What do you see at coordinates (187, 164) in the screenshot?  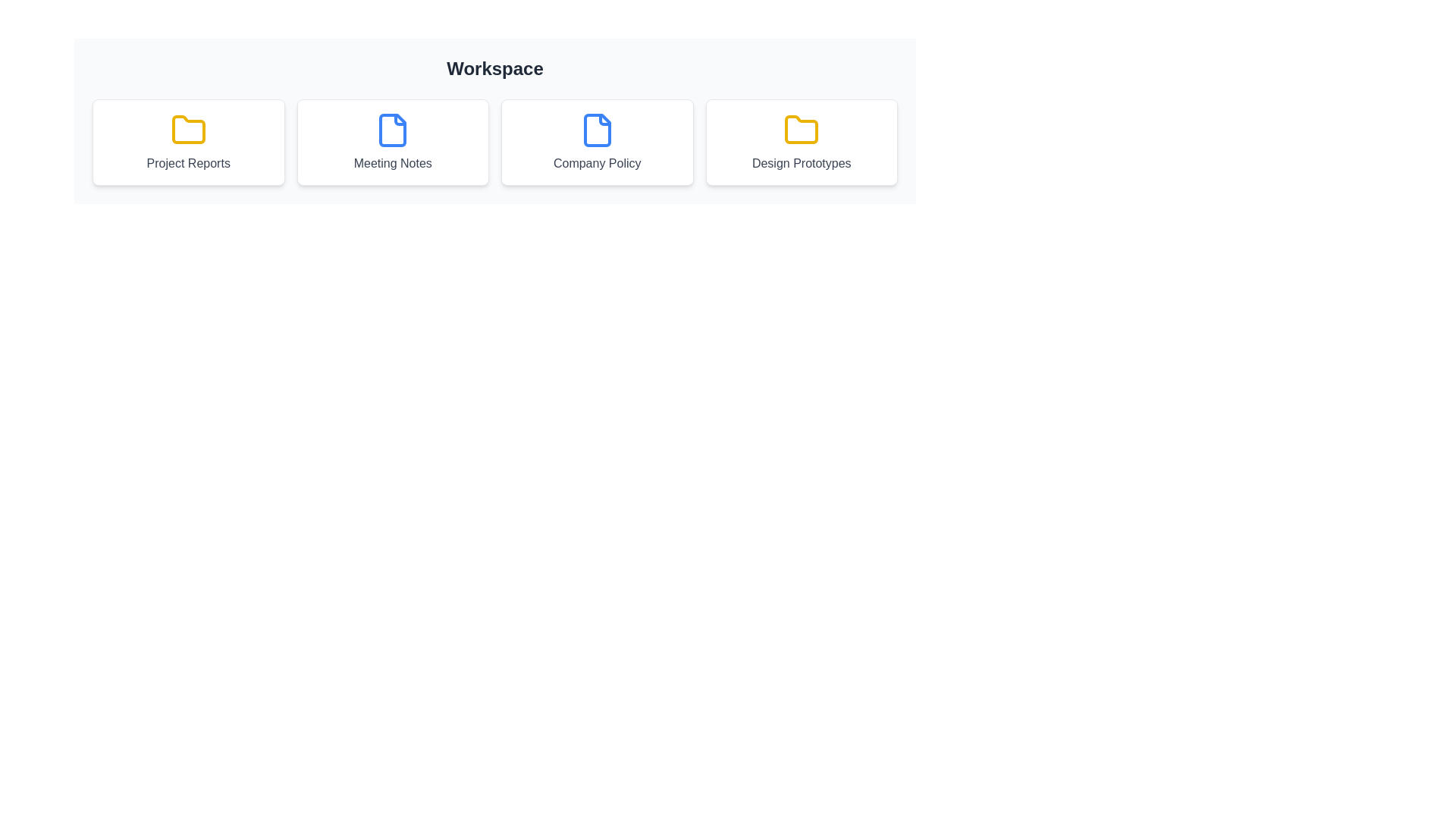 I see `the text label displaying 'Project Reports', which is styled with medium font weight and gray color, located below a yellow folder icon` at bounding box center [187, 164].